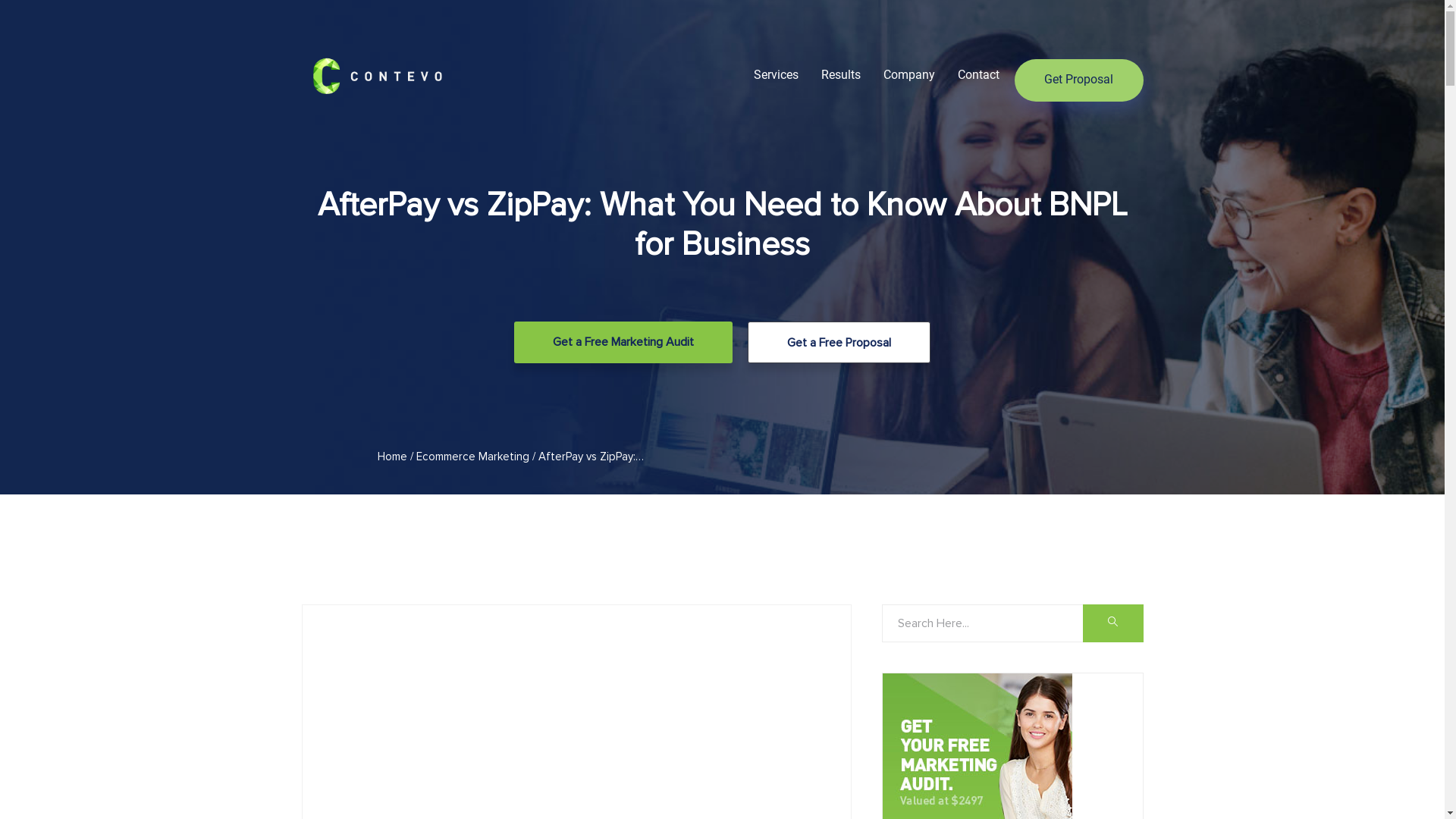  I want to click on 'Get a Free Marketing Audit', so click(513, 342).